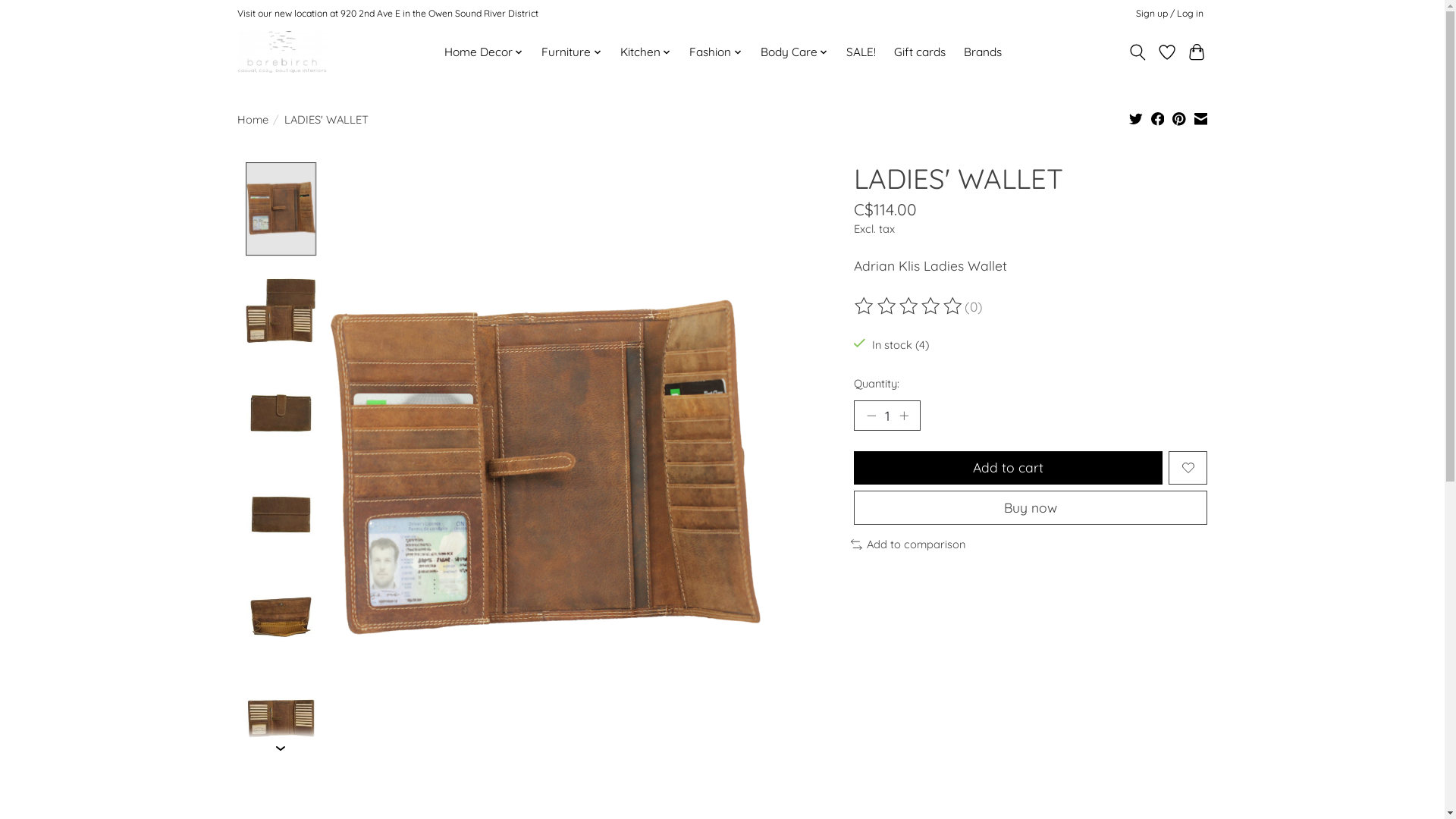 The image size is (1456, 819). Describe the element at coordinates (908, 543) in the screenshot. I see `'Add to comparison'` at that location.